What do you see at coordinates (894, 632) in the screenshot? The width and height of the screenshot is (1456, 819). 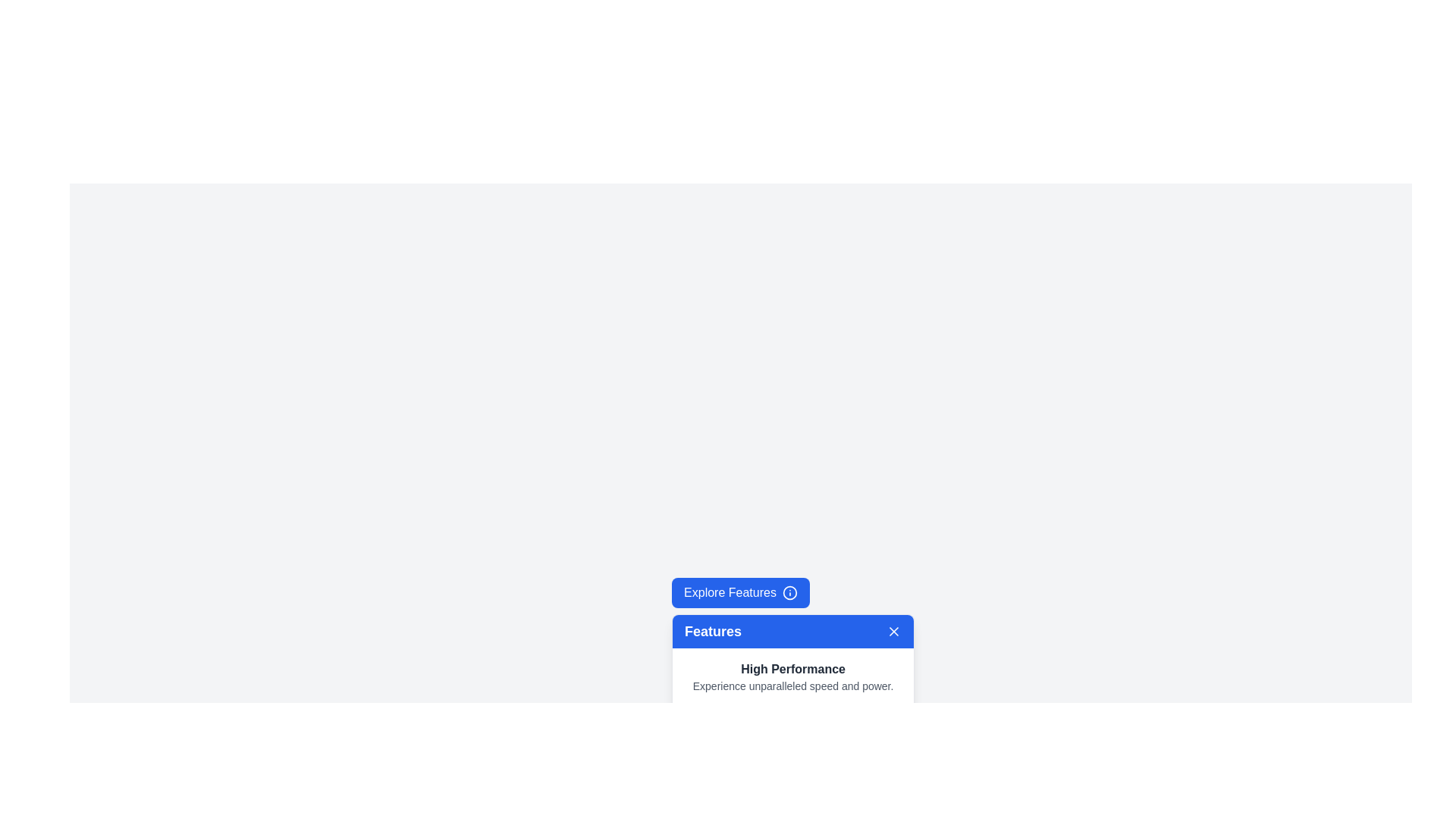 I see `the small blue circular button with a white 'X' icon located in the top-right corner of the 'Features' header` at bounding box center [894, 632].